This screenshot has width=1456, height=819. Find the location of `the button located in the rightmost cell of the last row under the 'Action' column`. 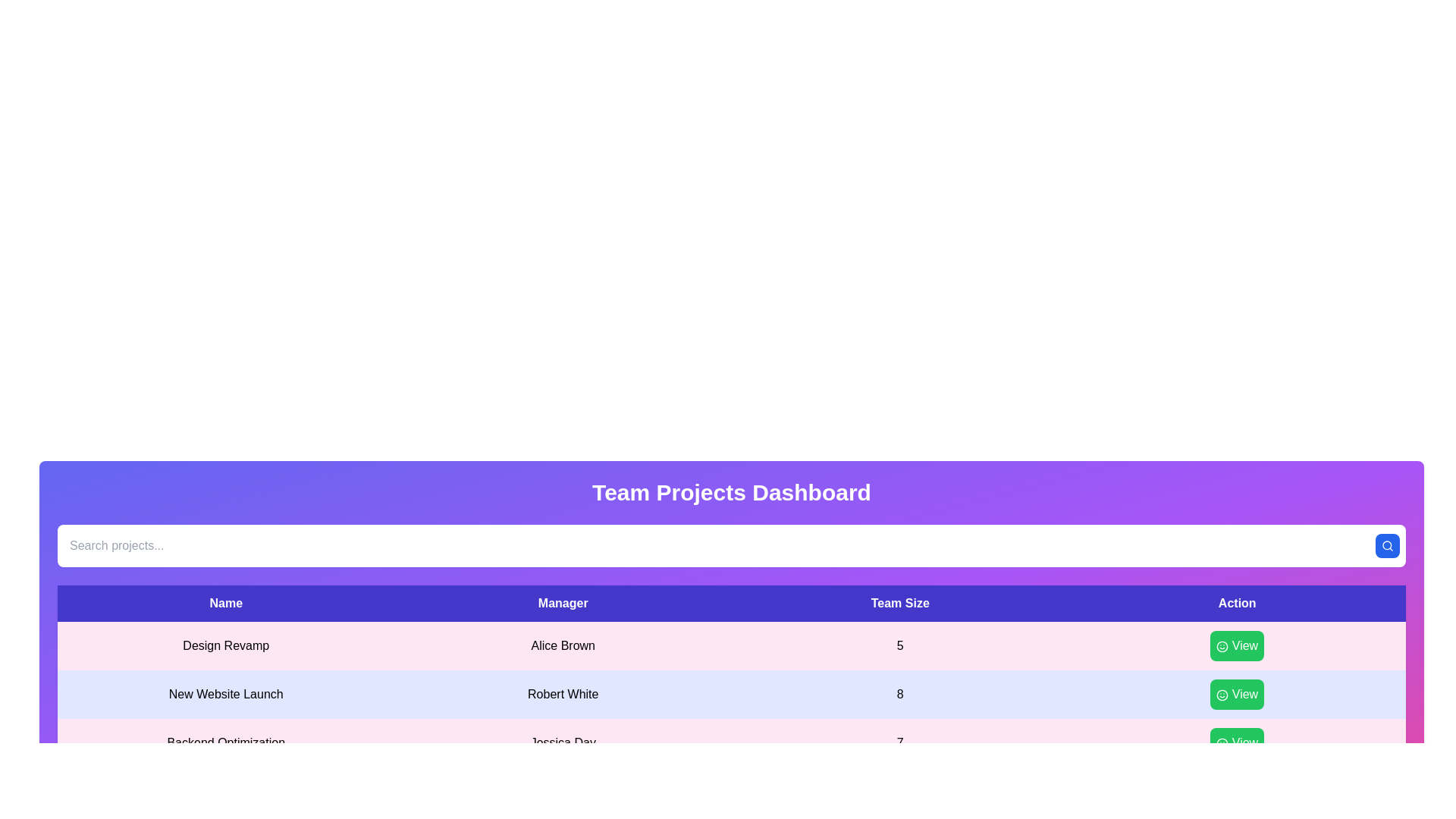

the button located in the rightmost cell of the last row under the 'Action' column is located at coordinates (1237, 742).